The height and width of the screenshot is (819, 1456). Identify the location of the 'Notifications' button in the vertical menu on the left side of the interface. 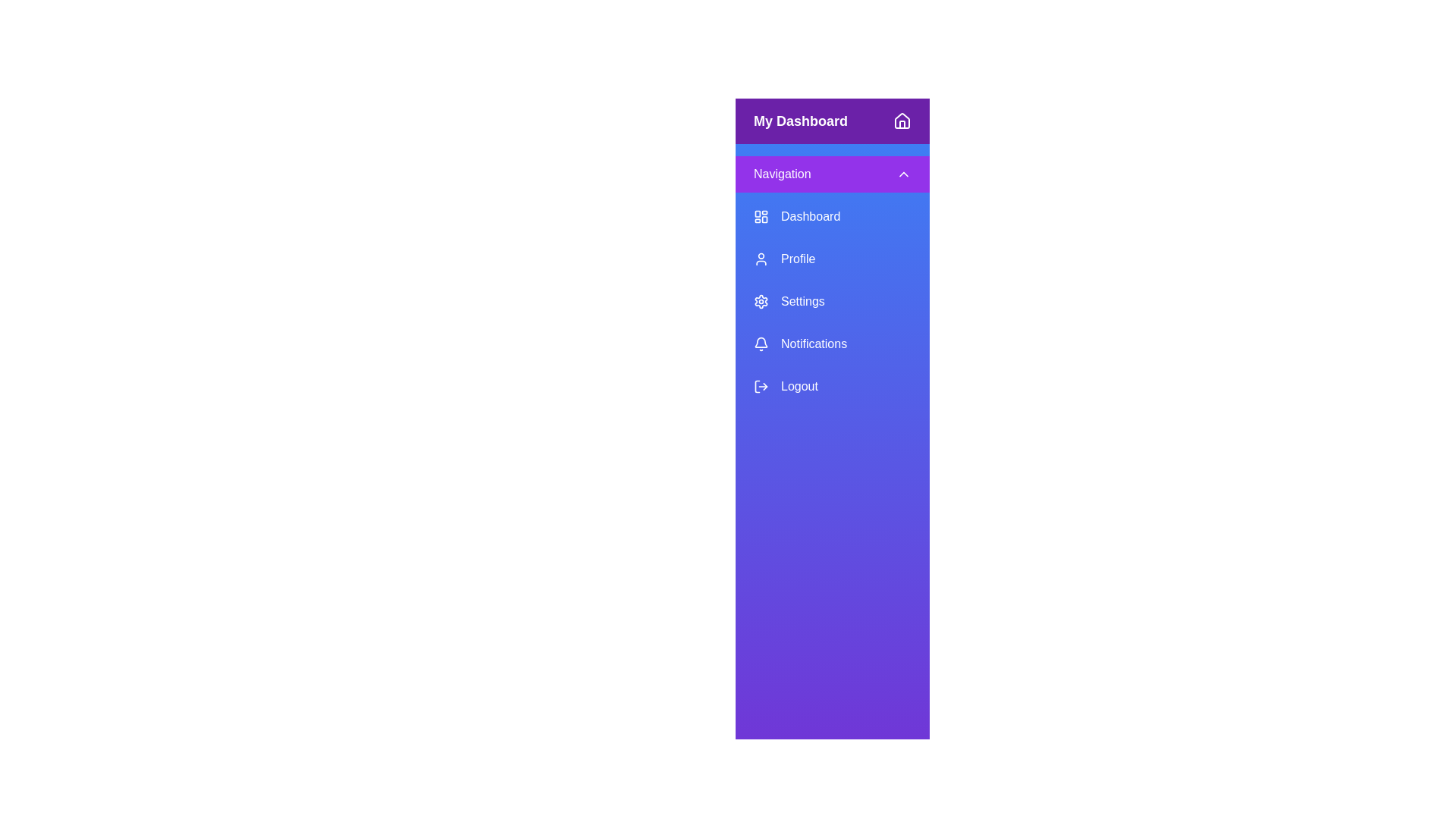
(832, 344).